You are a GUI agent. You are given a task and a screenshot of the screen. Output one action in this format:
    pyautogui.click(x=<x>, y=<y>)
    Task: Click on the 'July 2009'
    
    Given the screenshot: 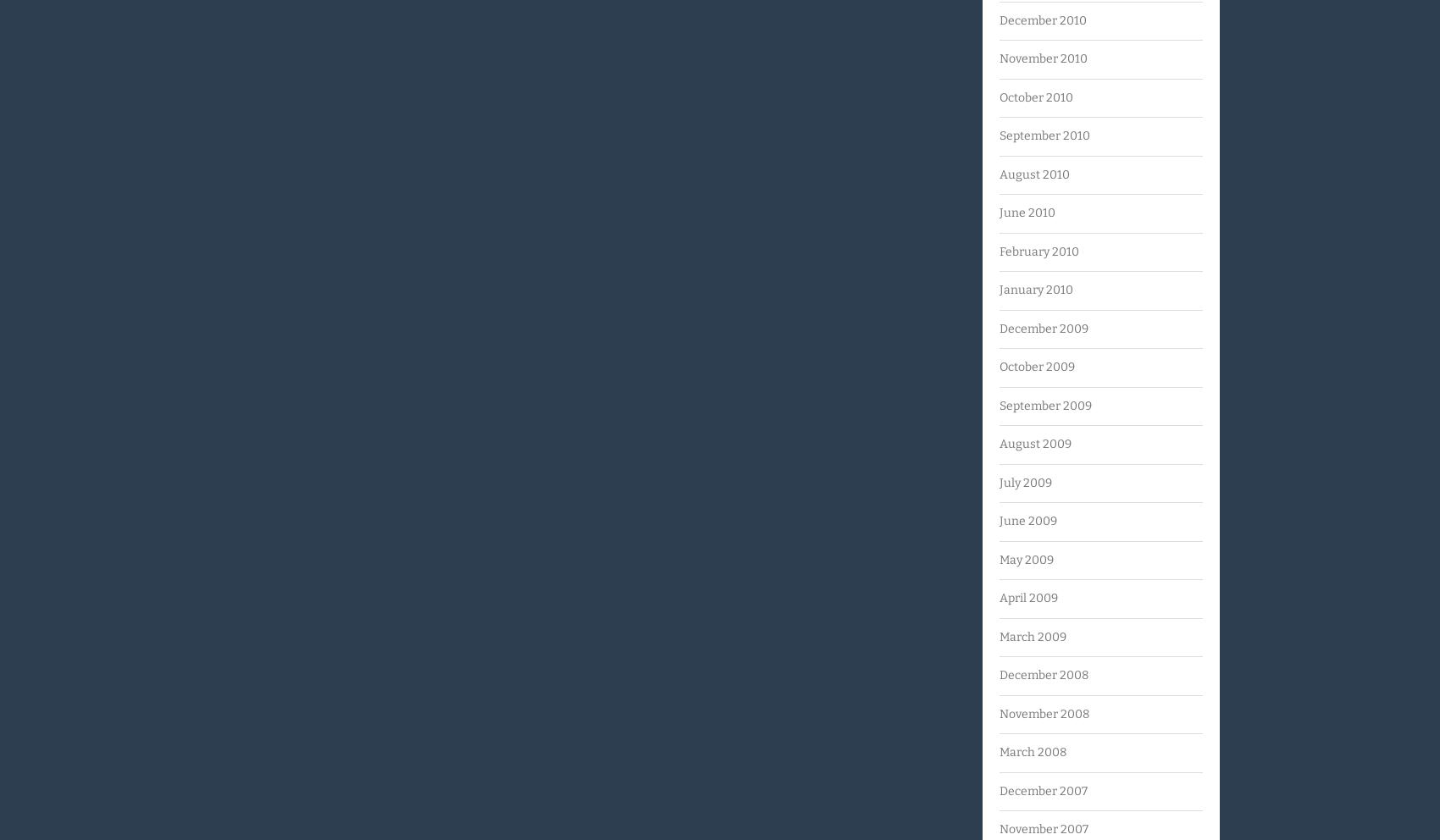 What is the action you would take?
    pyautogui.click(x=1025, y=482)
    